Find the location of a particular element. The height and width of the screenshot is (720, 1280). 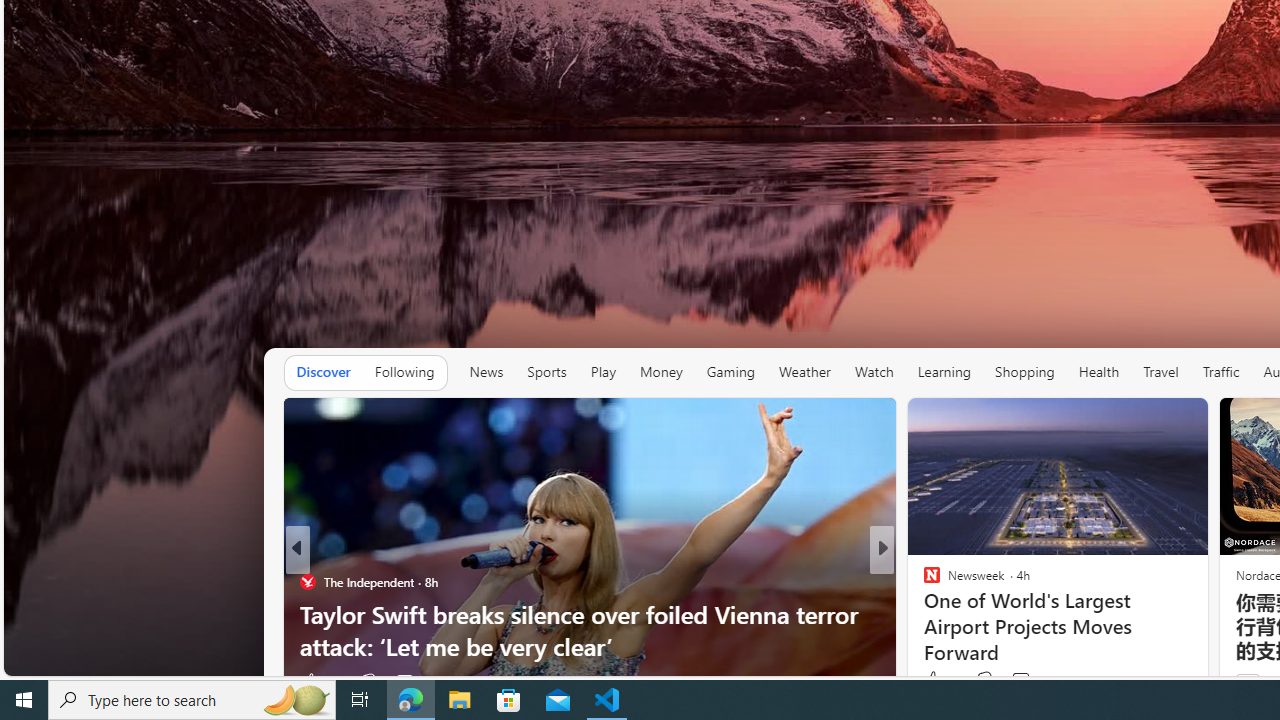

'5 Like' is located at coordinates (929, 680).